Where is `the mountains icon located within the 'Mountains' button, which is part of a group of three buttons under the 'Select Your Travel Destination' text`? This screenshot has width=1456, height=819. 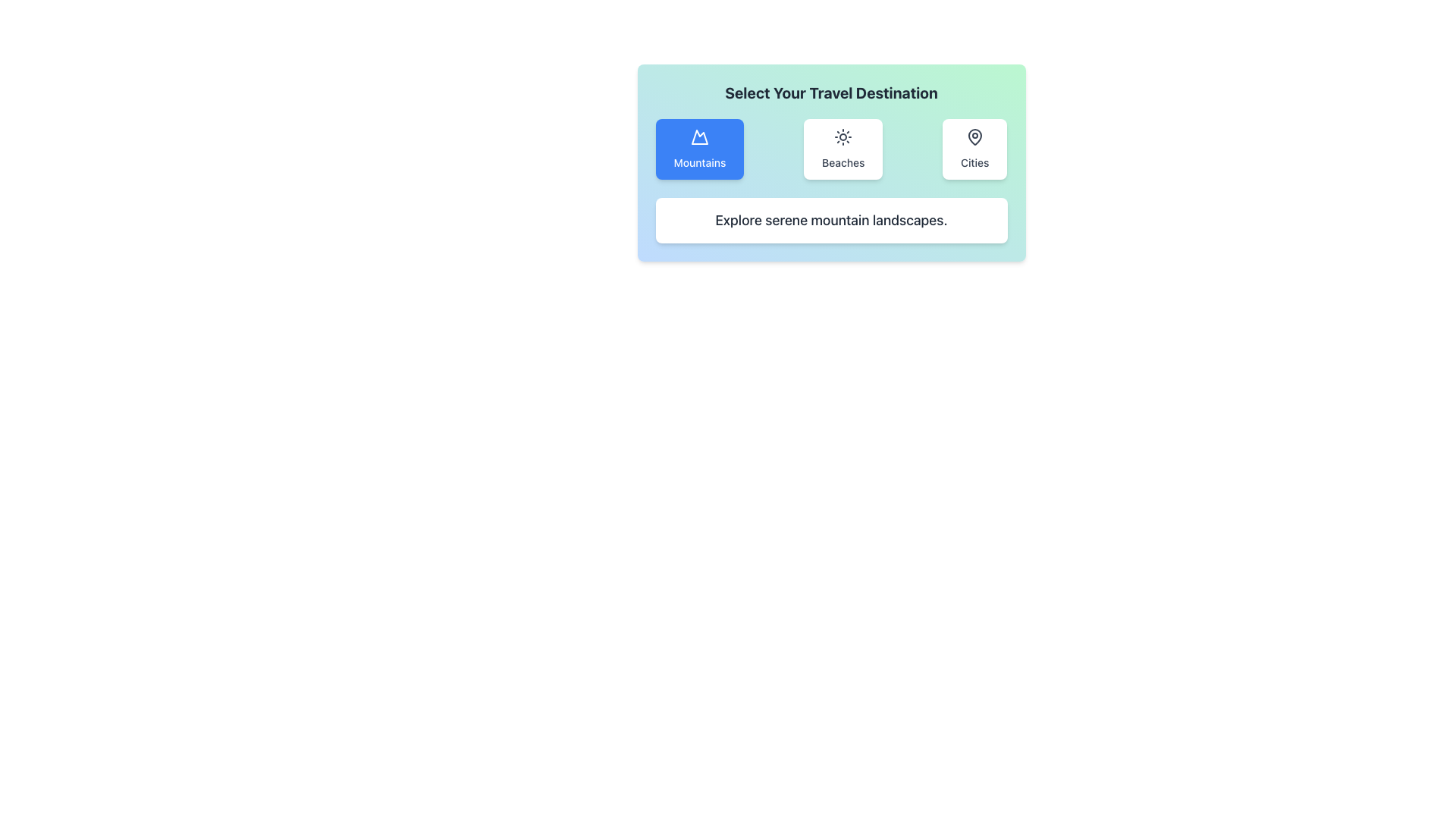
the mountains icon located within the 'Mountains' button, which is part of a group of three buttons under the 'Select Your Travel Destination' text is located at coordinates (698, 137).